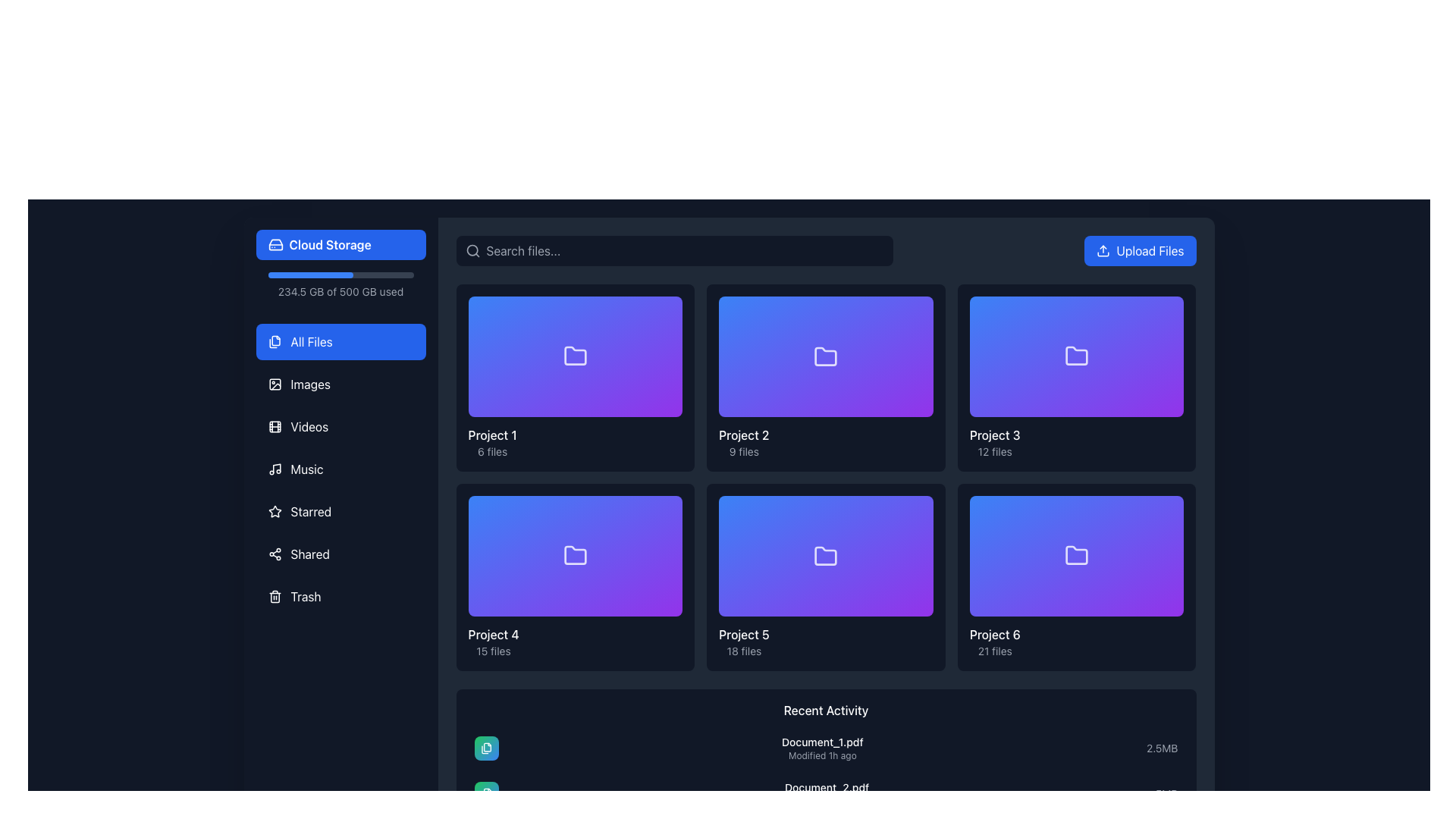 The width and height of the screenshot is (1456, 819). Describe the element at coordinates (574, 356) in the screenshot. I see `the folder icon representing 'Project 1'` at that location.